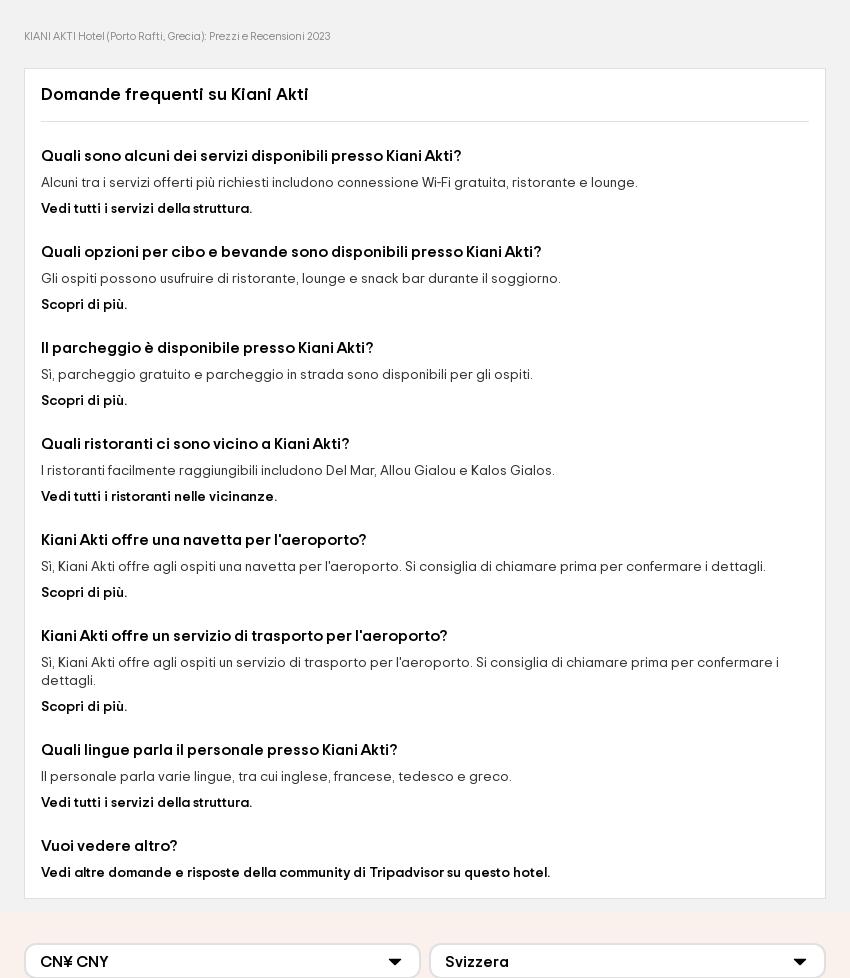  Describe the element at coordinates (477, 959) in the screenshot. I see `'Svizzera'` at that location.